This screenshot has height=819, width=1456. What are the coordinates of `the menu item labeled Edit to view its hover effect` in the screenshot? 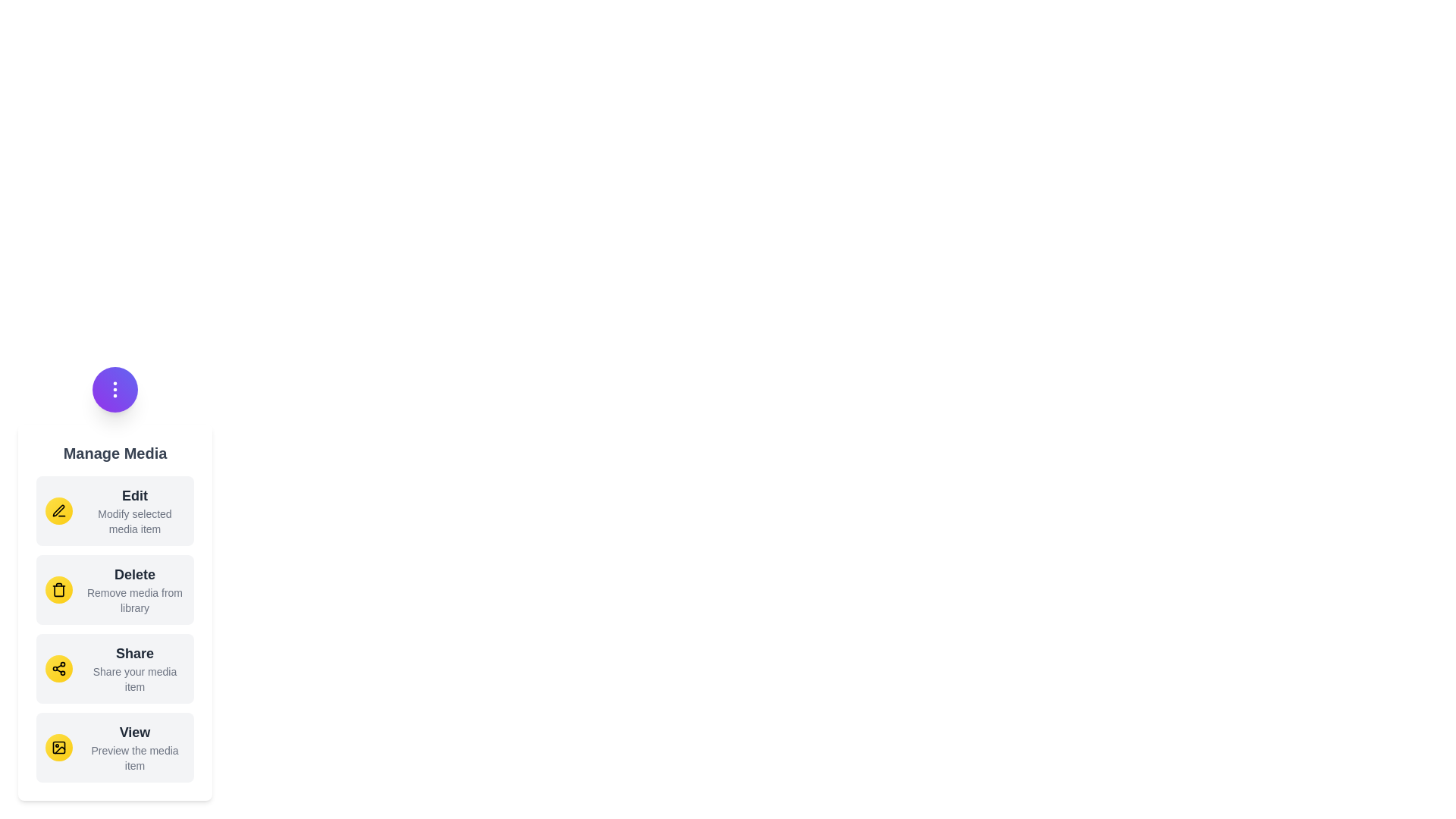 It's located at (115, 511).